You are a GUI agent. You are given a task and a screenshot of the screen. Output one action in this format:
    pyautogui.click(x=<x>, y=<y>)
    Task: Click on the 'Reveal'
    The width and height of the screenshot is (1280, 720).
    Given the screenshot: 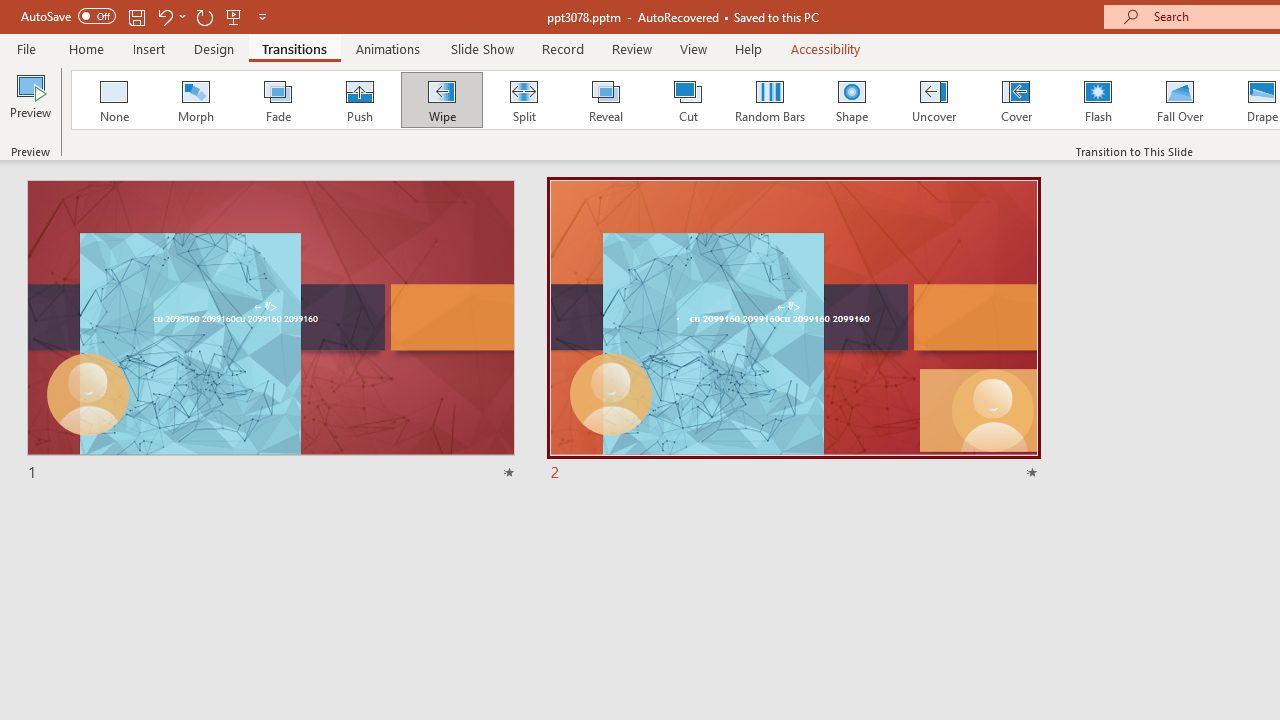 What is the action you would take?
    pyautogui.click(x=604, y=100)
    